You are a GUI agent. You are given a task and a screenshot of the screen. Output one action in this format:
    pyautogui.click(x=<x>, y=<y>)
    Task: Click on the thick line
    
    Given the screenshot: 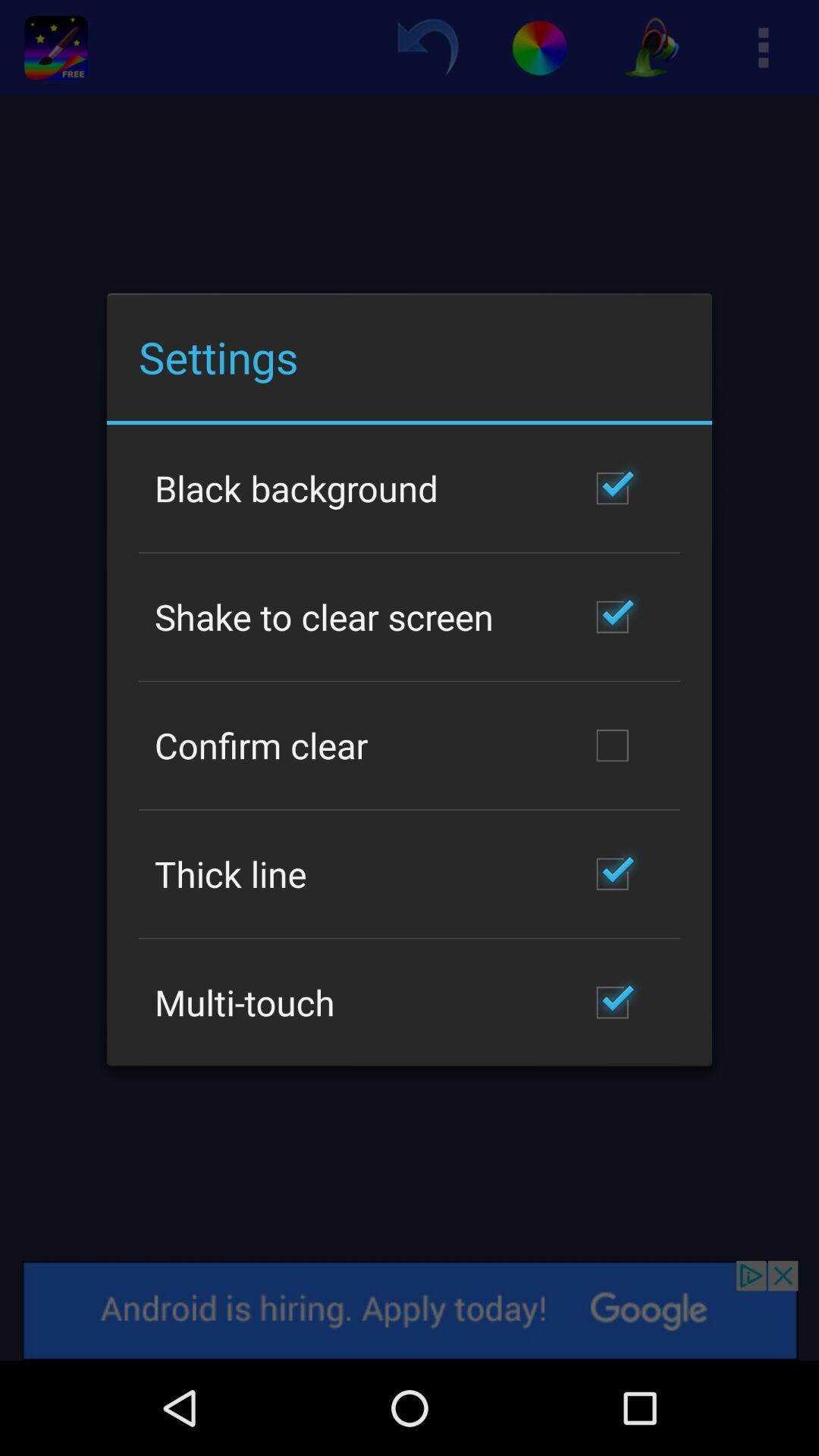 What is the action you would take?
    pyautogui.click(x=231, y=874)
    